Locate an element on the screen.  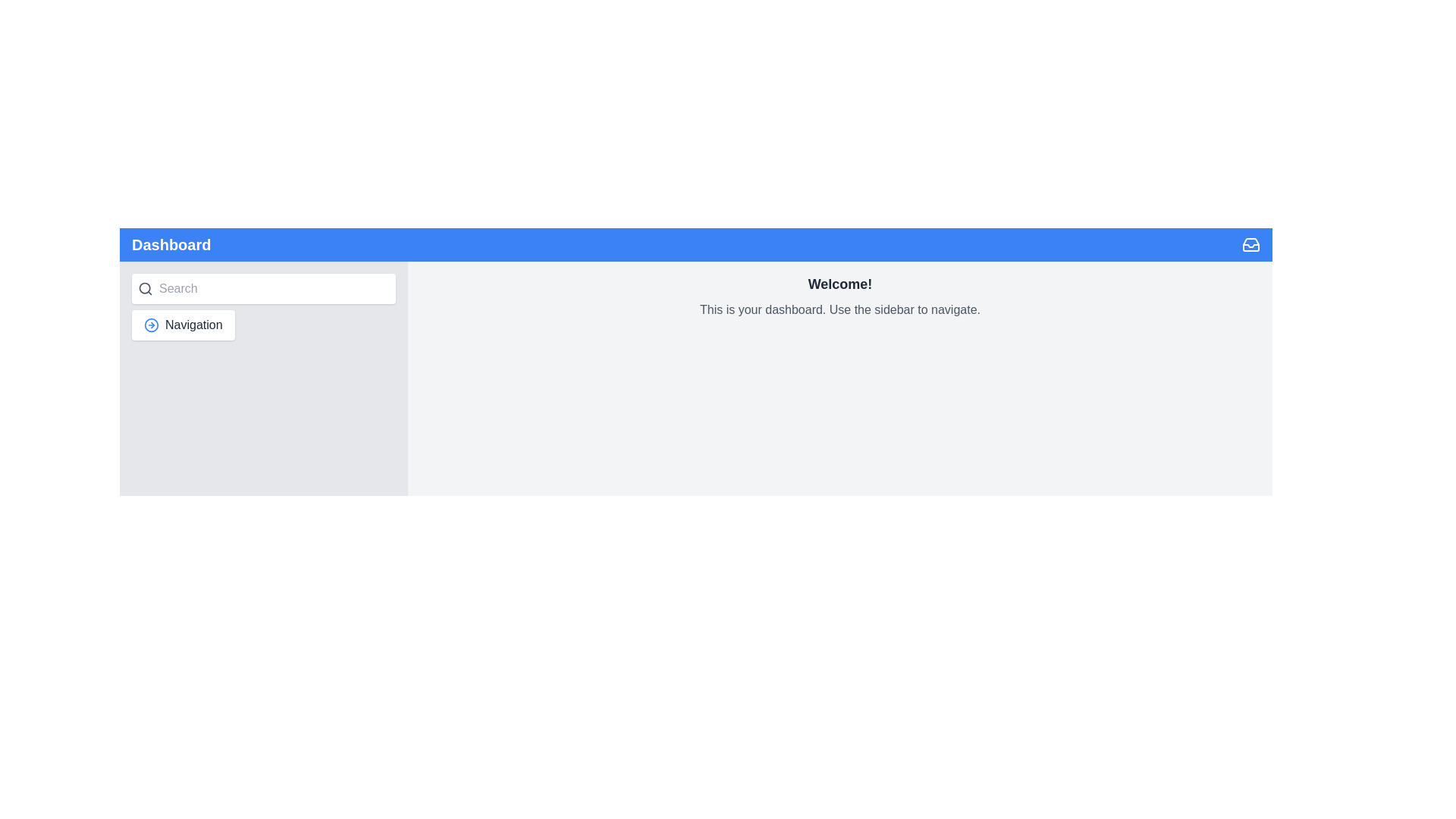
the inbox or notification indicator icon located in the top-right corner of the blue header bar, next to the 'Dashboard' text is located at coordinates (1251, 244).